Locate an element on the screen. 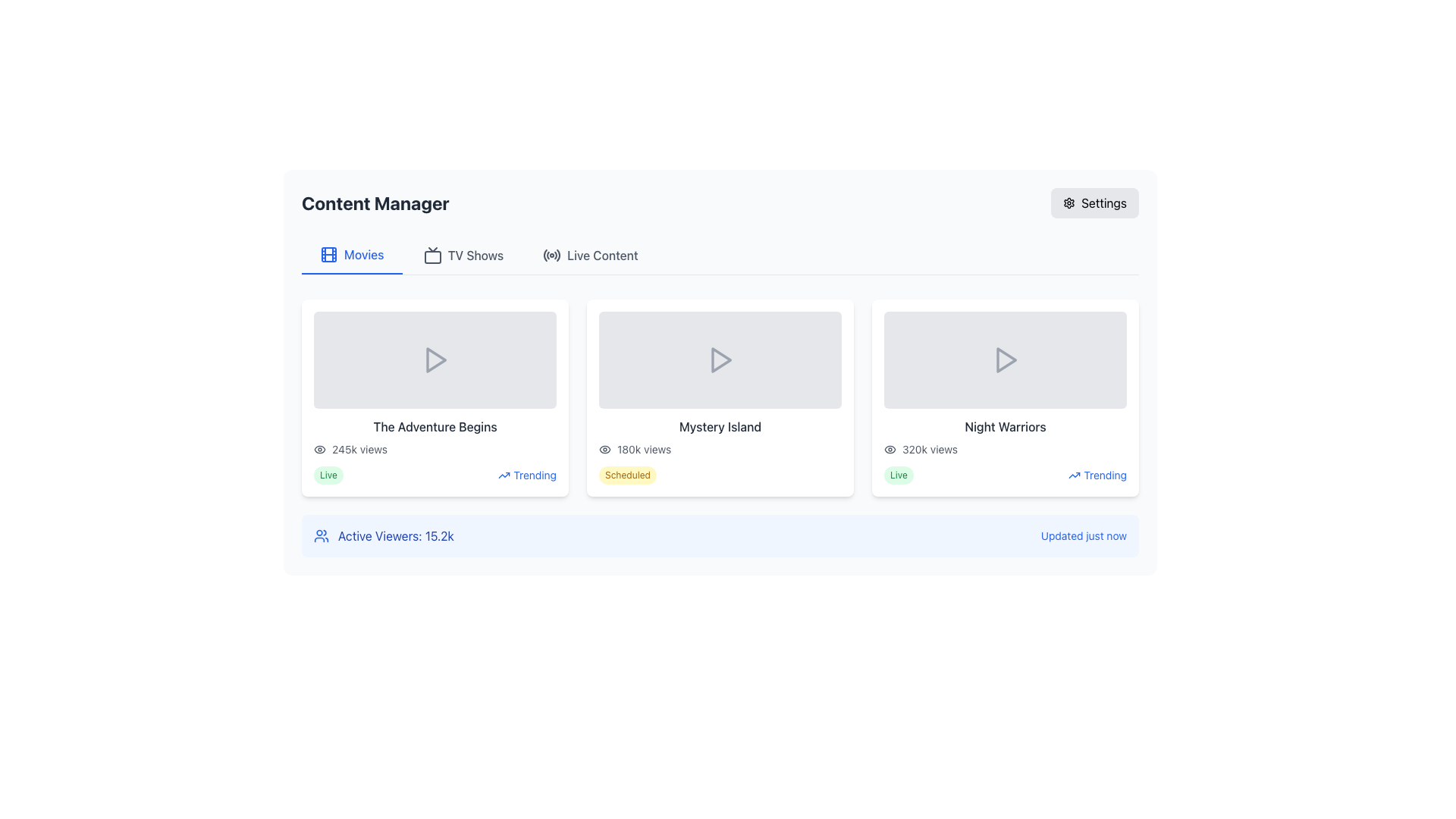 The width and height of the screenshot is (1456, 819). the play button icon for initiating media playback associated with 'The Adventure Begins' is located at coordinates (435, 359).